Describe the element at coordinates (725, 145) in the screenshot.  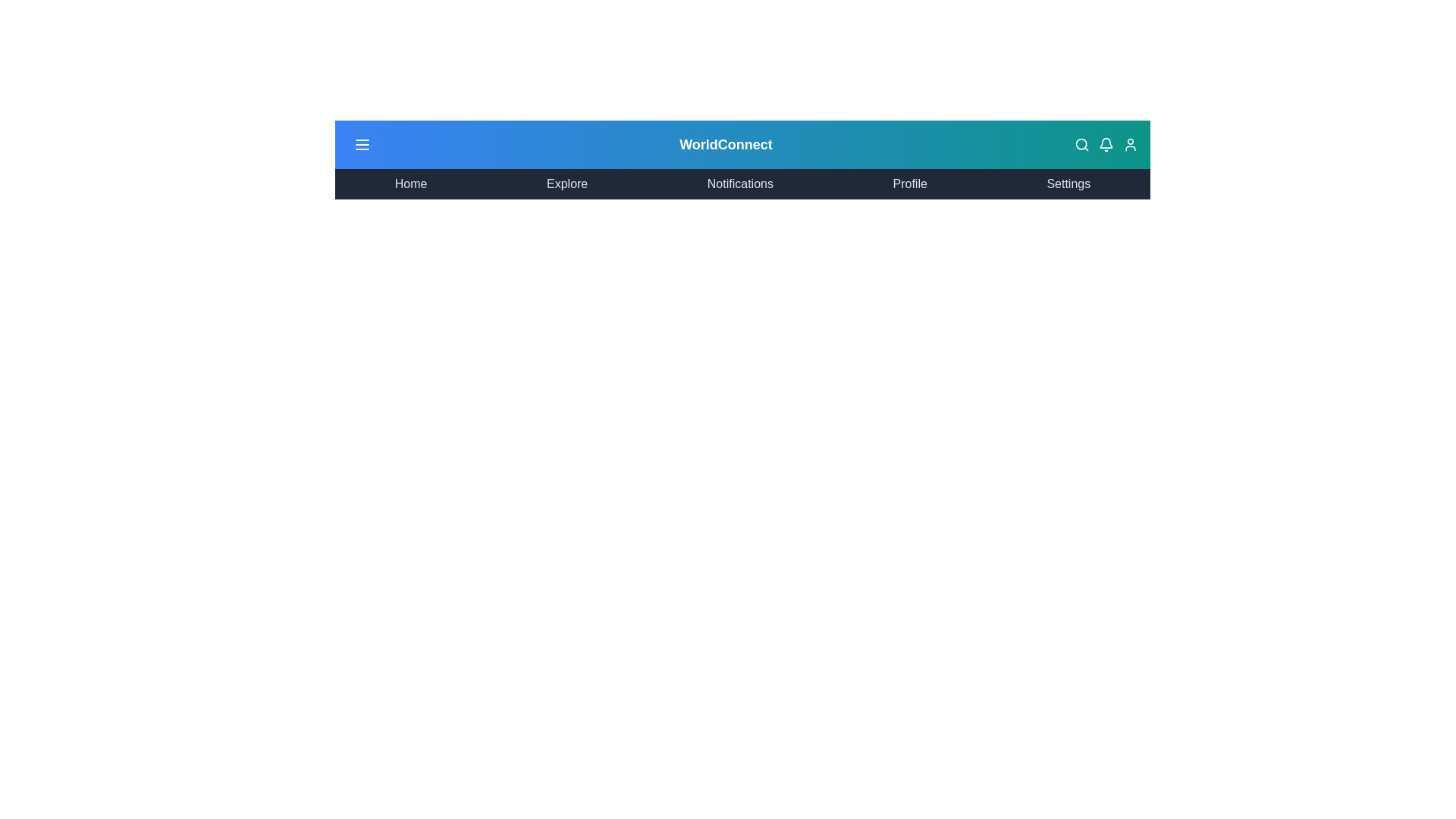
I see `the header text 'WorldConnect' to copy it` at that location.